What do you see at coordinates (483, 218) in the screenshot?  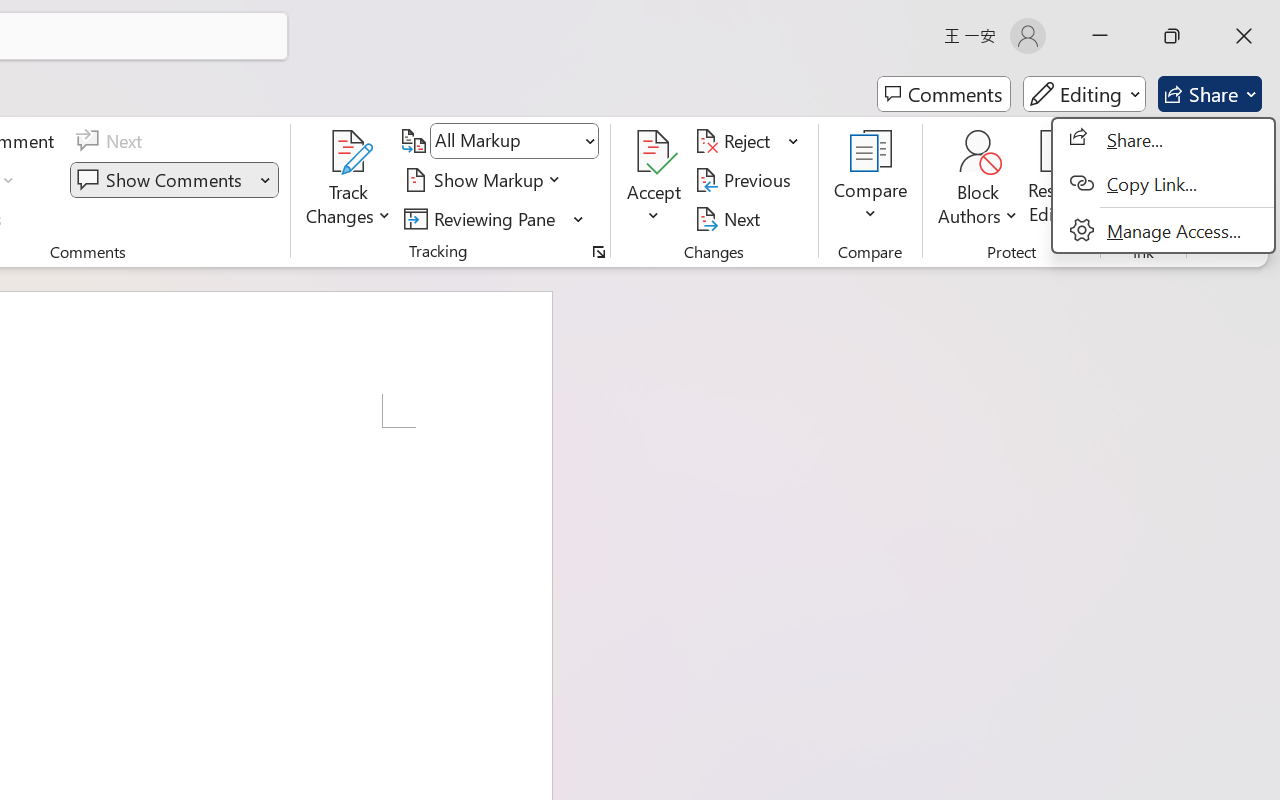 I see `'Reviewing Pane'` at bounding box center [483, 218].